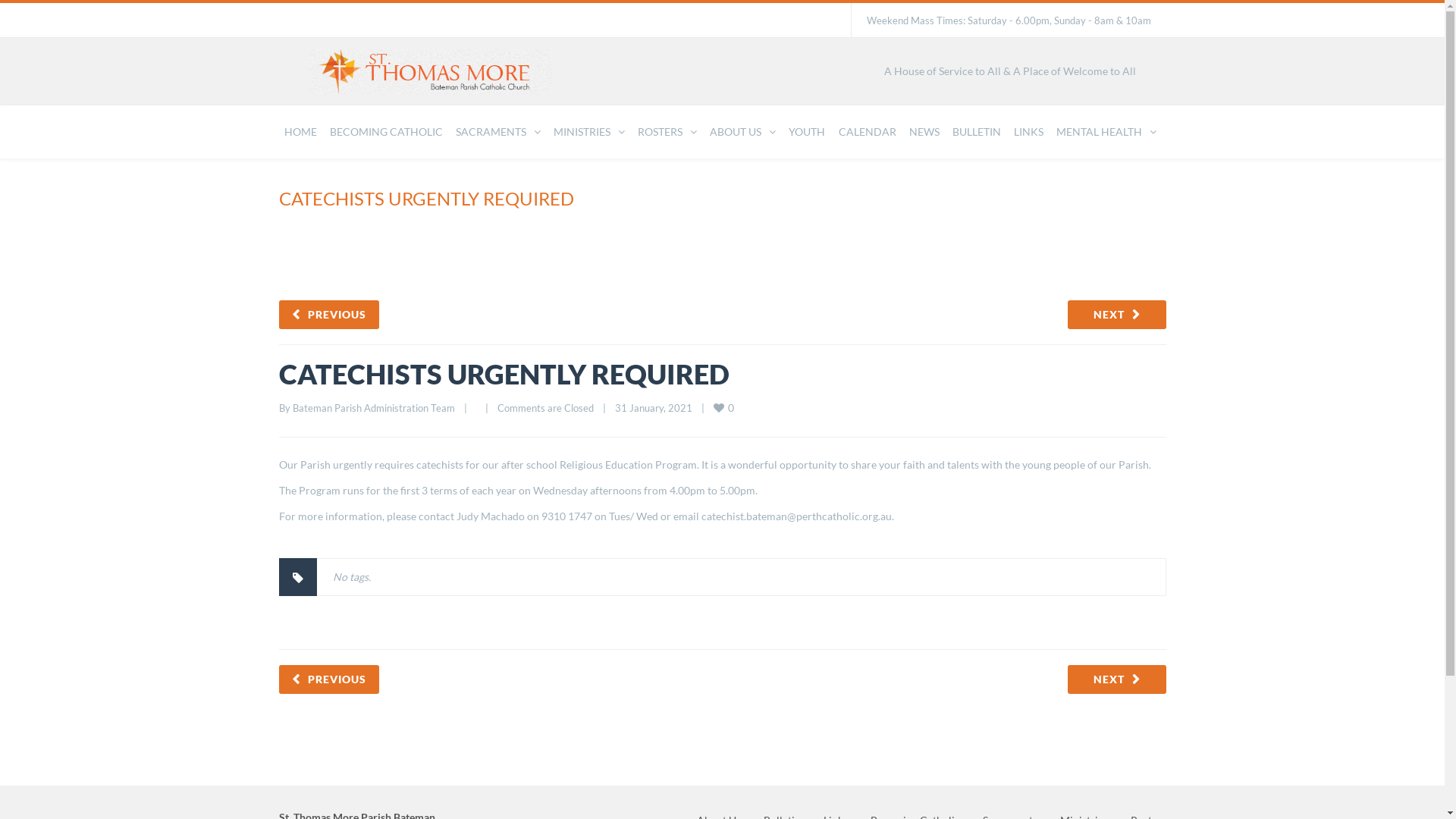 The width and height of the screenshot is (1456, 819). I want to click on 'ABOUT US', so click(742, 130).